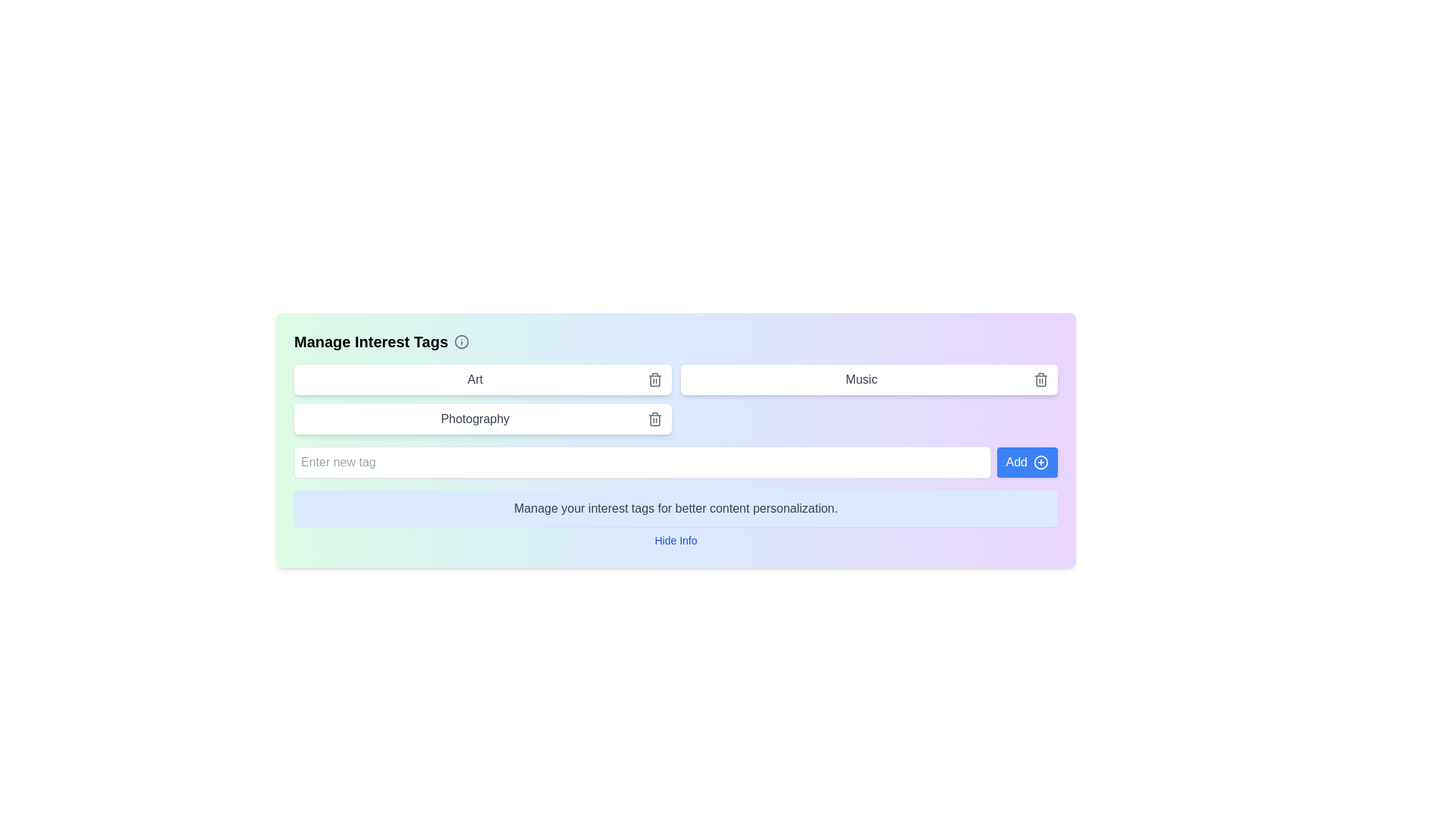 This screenshot has width=1456, height=819. Describe the element at coordinates (869, 379) in the screenshot. I see `the 'Music' text element, which is part of a composite component consisting of a label and a trash icon` at that location.